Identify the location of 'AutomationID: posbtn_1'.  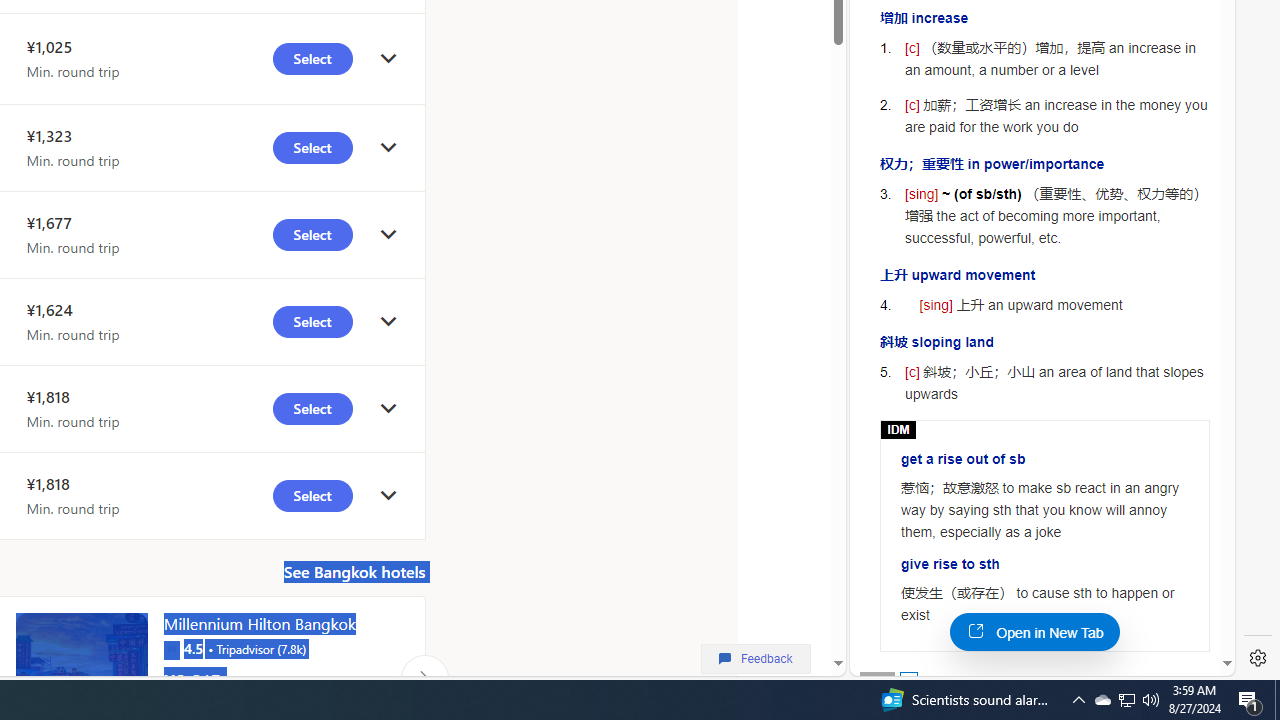
(907, 679).